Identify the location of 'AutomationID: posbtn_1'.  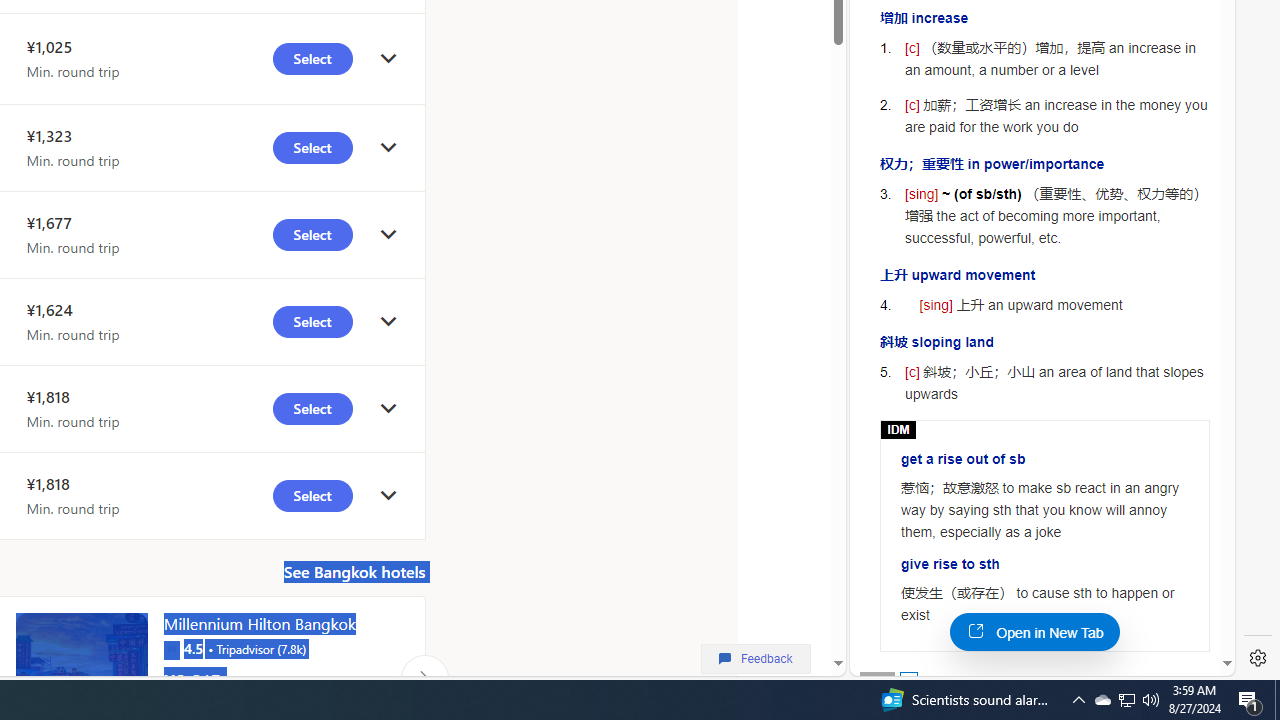
(907, 679).